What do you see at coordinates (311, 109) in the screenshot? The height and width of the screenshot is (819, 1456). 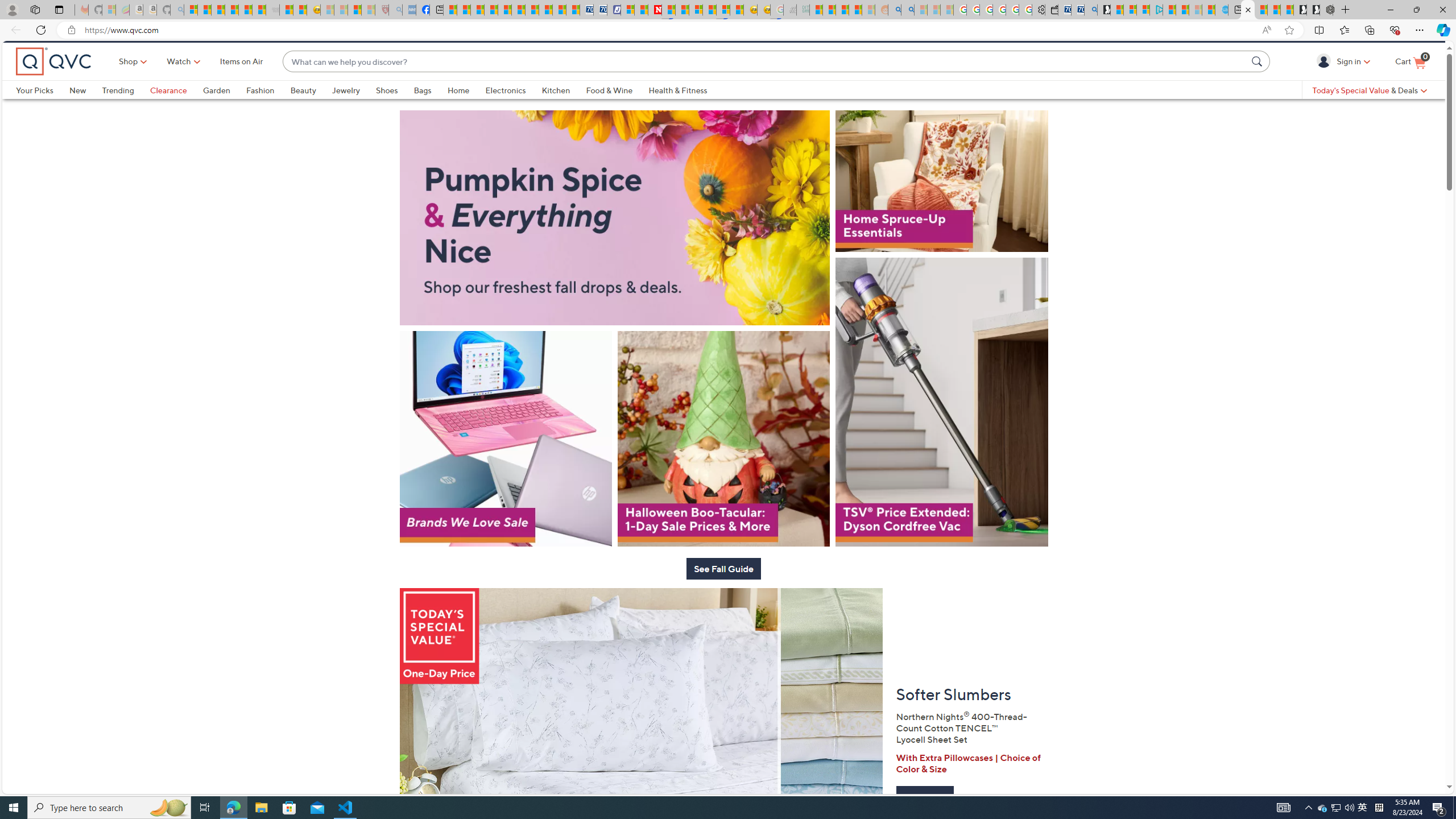 I see `'Beauty'` at bounding box center [311, 109].